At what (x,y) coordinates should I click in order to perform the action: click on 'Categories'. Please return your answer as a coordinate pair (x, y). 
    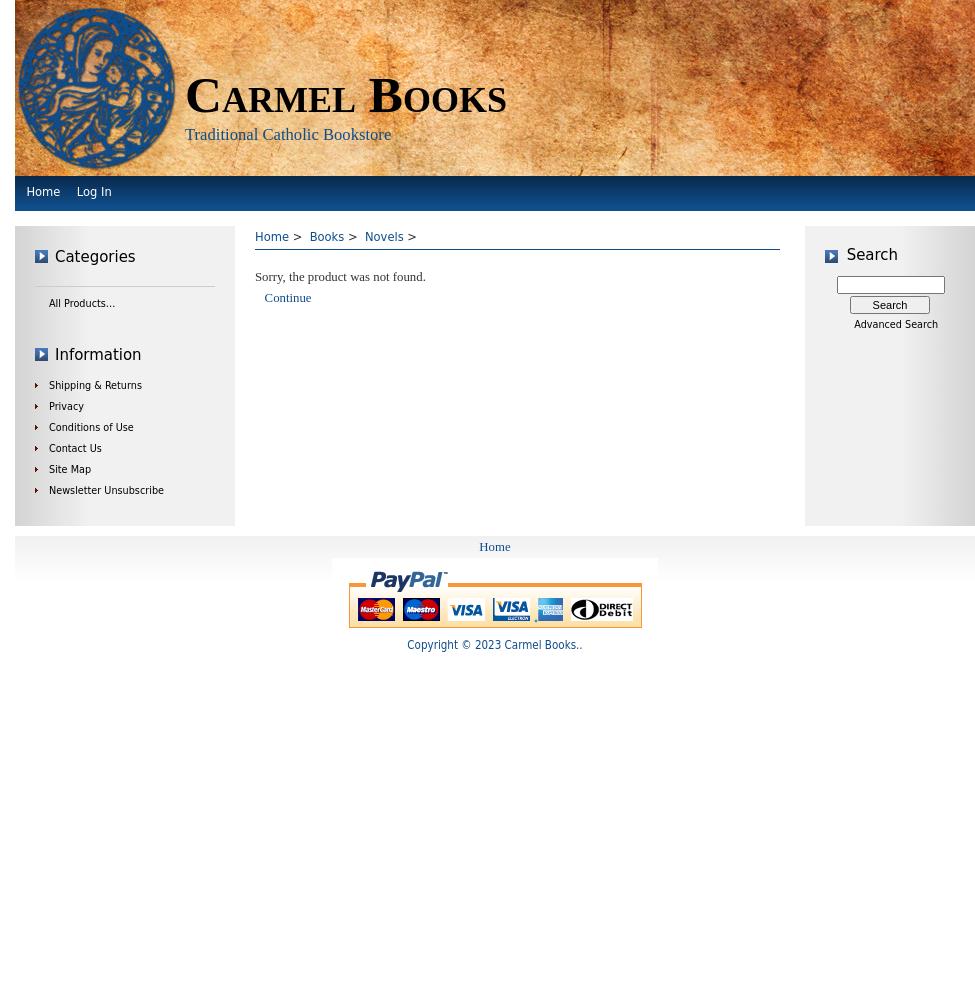
    Looking at the image, I should click on (94, 256).